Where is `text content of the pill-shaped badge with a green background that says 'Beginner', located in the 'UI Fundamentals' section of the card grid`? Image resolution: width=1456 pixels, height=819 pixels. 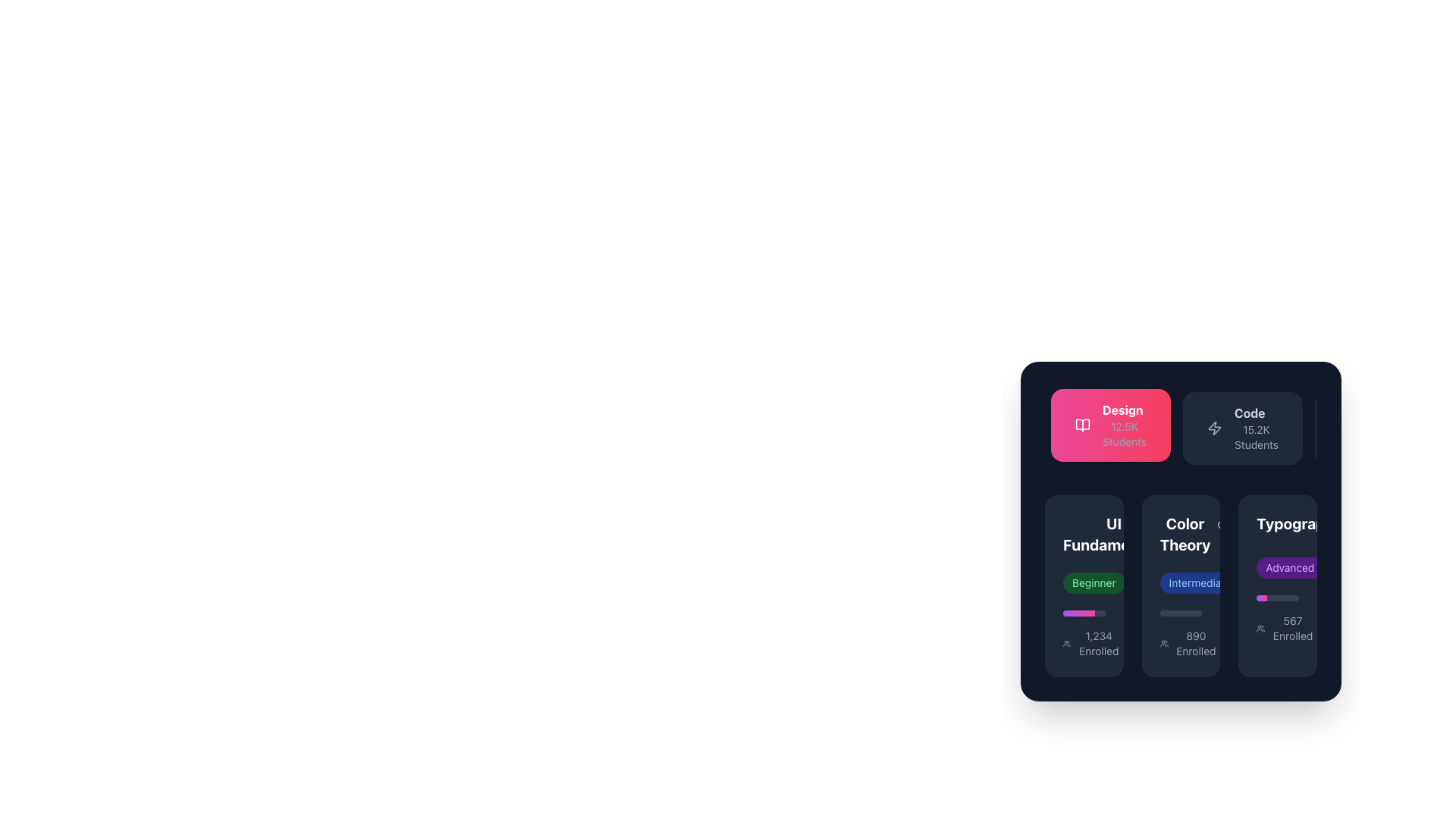
text content of the pill-shaped badge with a green background that says 'Beginner', located in the 'UI Fundamentals' section of the card grid is located at coordinates (1094, 582).